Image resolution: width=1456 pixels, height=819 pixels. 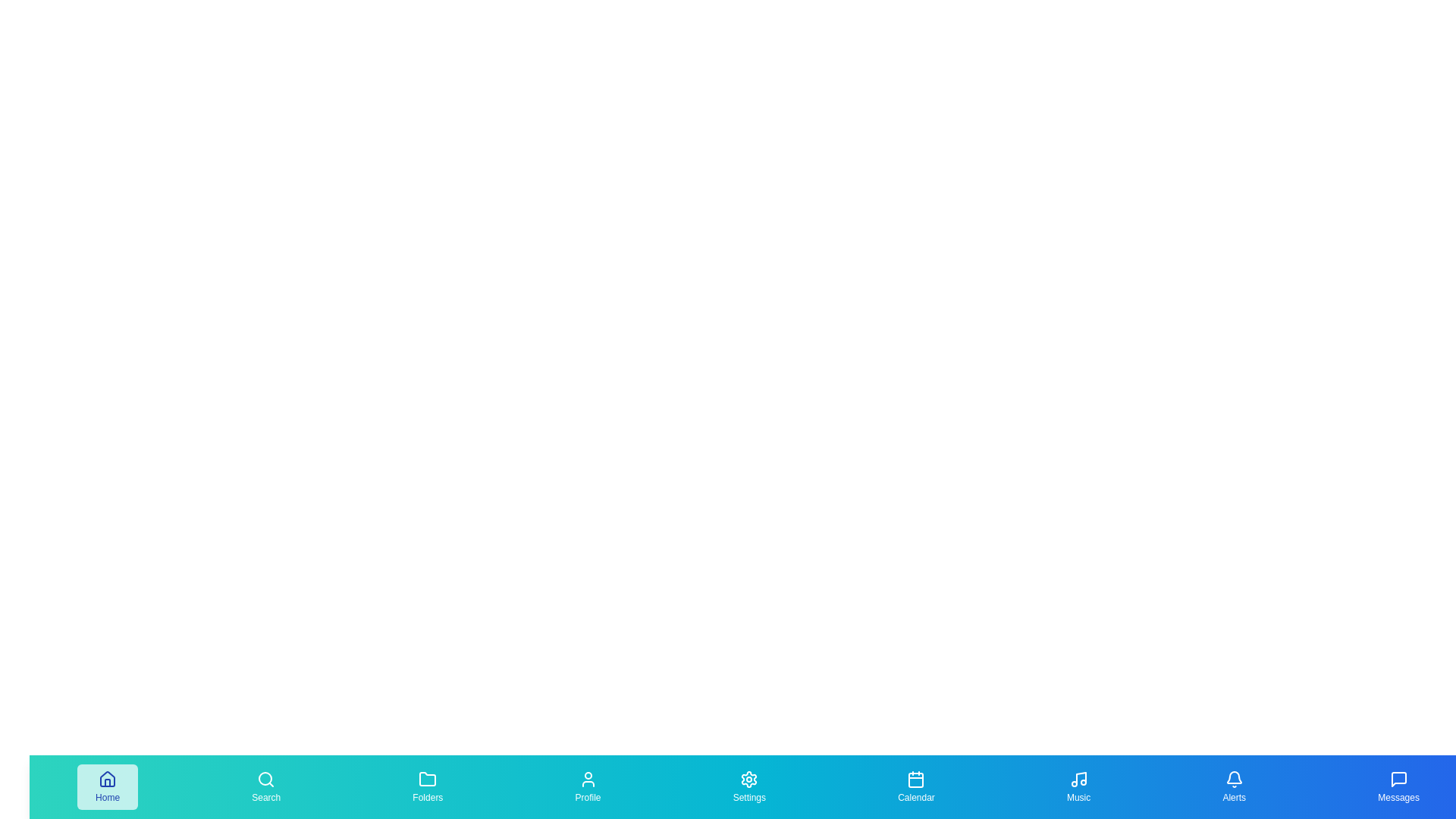 What do you see at coordinates (587, 786) in the screenshot?
I see `the 'Profile' tab in the bottom navigation bar` at bounding box center [587, 786].